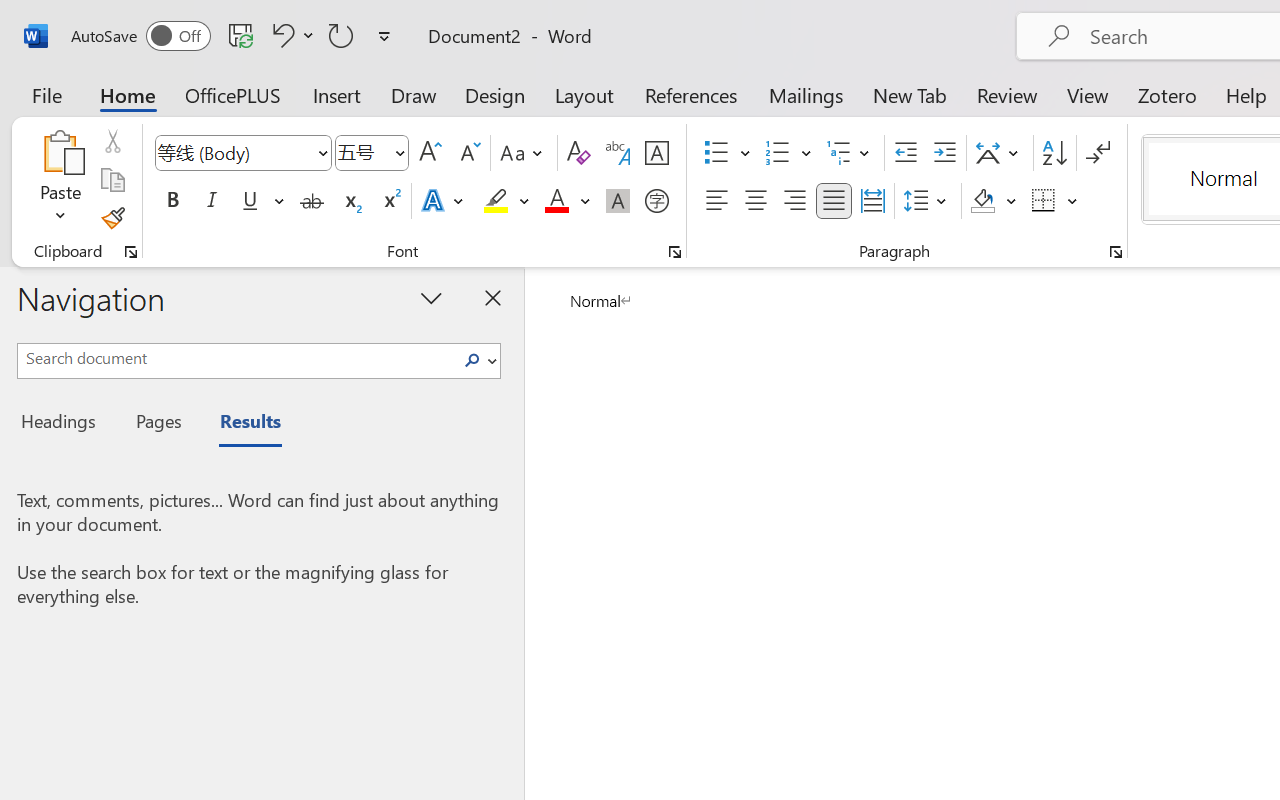 This screenshot has width=1280, height=800. I want to click on 'Superscript', so click(390, 201).